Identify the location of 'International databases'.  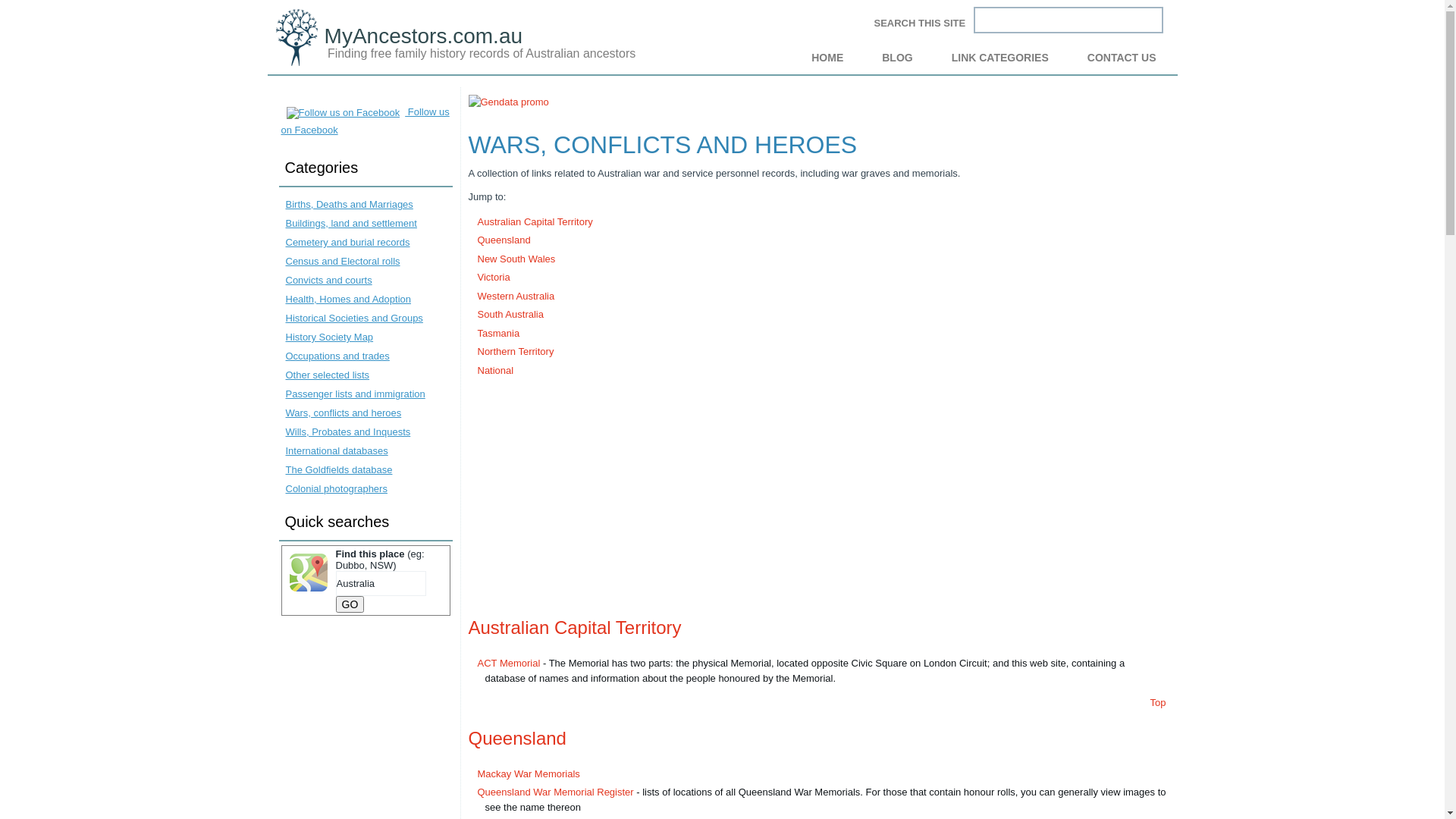
(284, 450).